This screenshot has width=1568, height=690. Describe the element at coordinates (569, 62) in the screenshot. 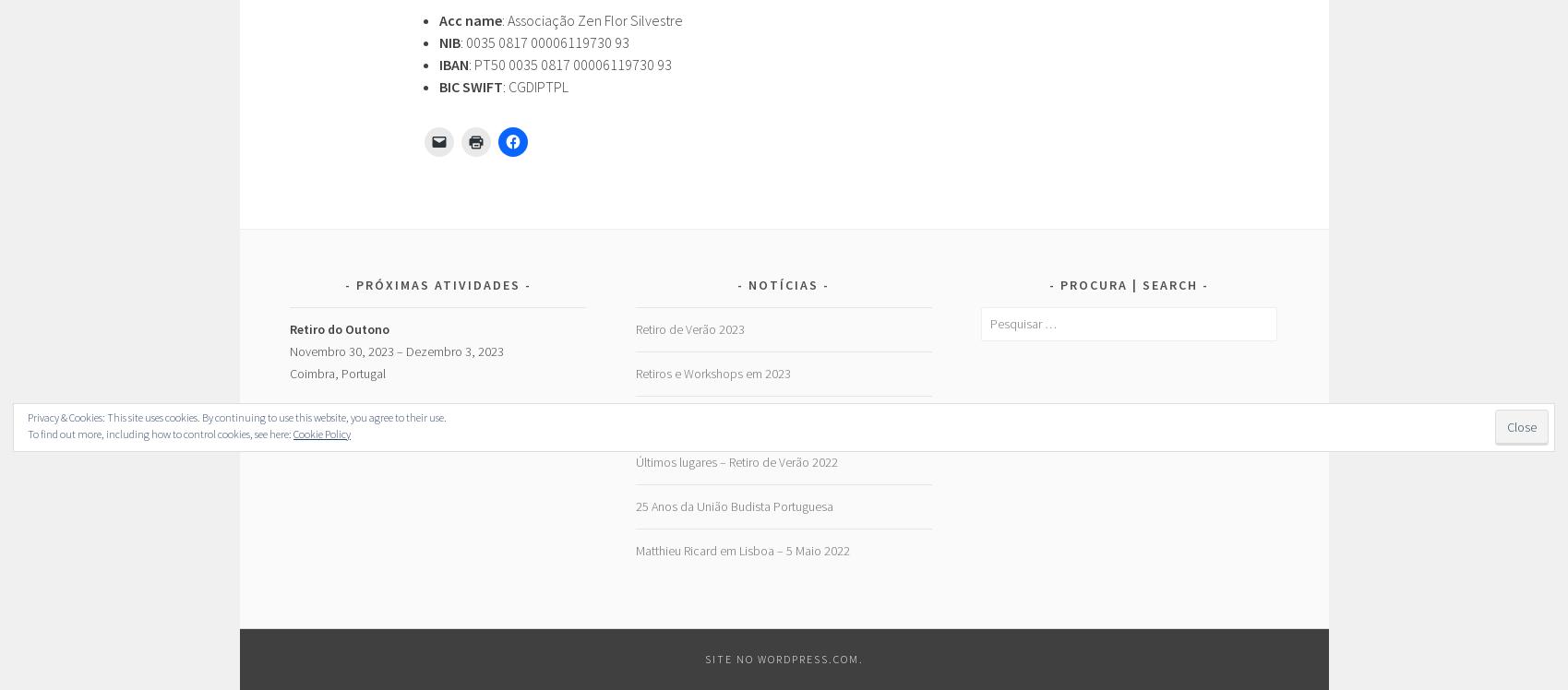

I see `': PT50 0035 0817 00006119730 93'` at that location.